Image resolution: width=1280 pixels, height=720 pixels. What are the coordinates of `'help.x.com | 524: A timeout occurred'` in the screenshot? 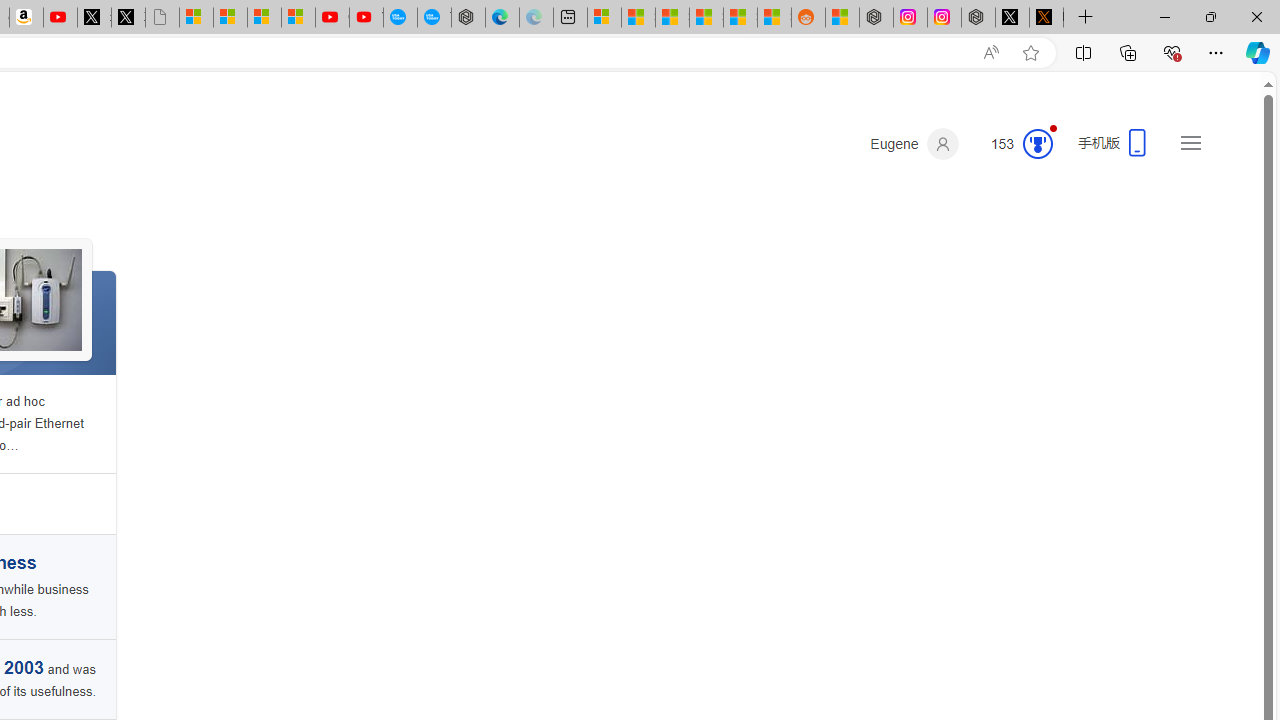 It's located at (1046, 17).